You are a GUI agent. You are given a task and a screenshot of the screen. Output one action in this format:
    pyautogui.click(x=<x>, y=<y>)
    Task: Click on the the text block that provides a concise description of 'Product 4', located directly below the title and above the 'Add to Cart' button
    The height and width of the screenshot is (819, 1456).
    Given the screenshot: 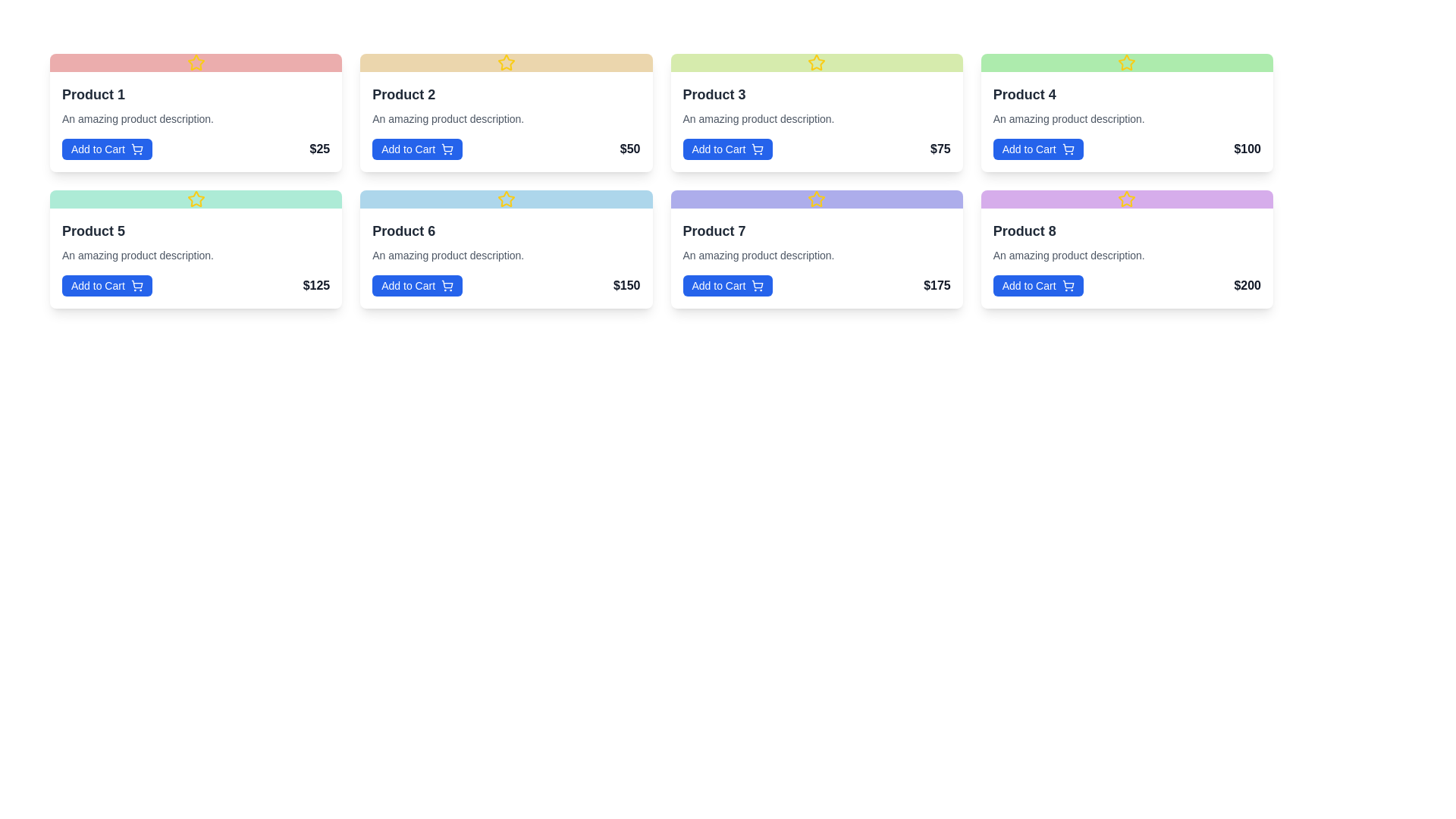 What is the action you would take?
    pyautogui.click(x=1068, y=118)
    